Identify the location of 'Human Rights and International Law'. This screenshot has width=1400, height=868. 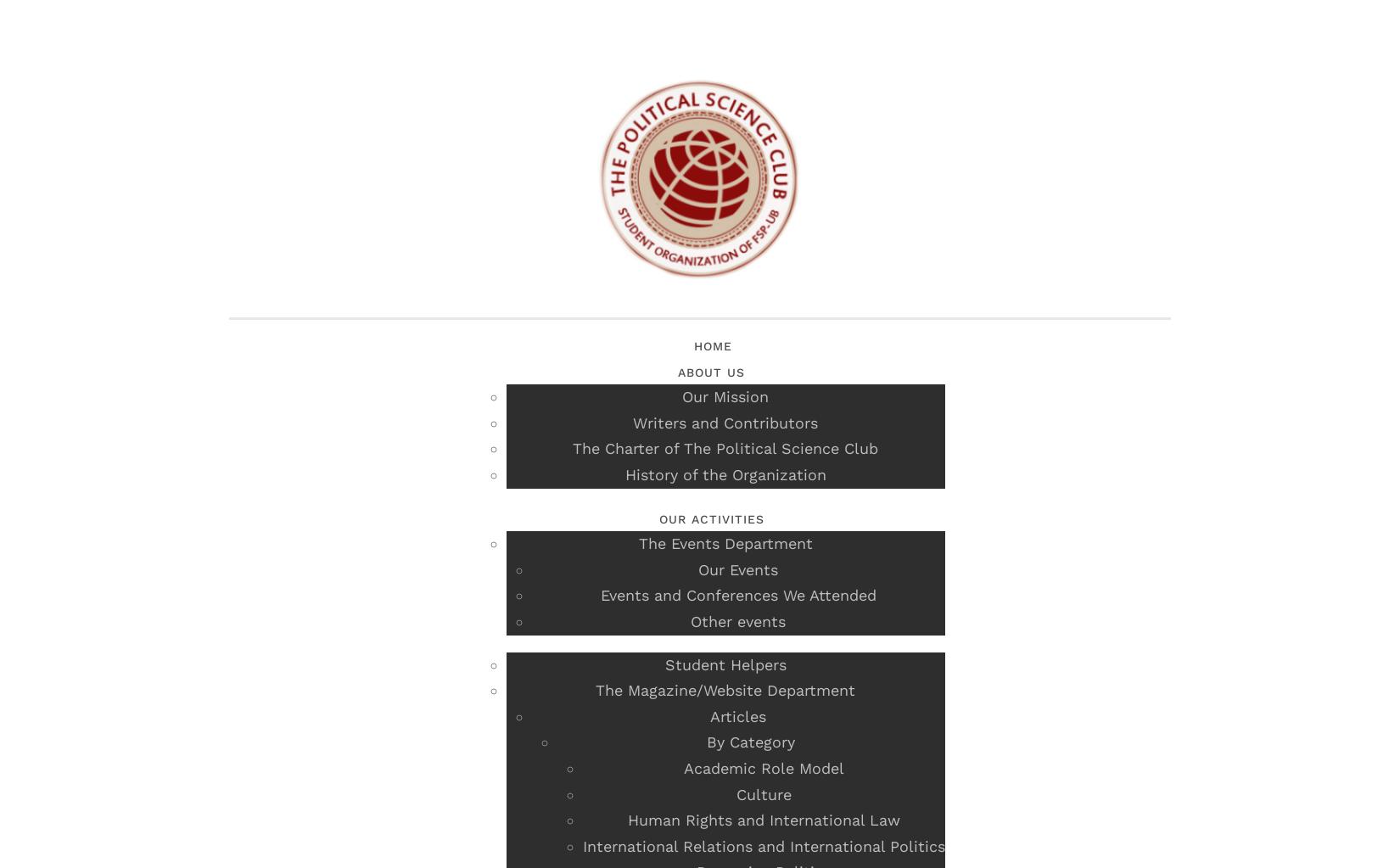
(763, 820).